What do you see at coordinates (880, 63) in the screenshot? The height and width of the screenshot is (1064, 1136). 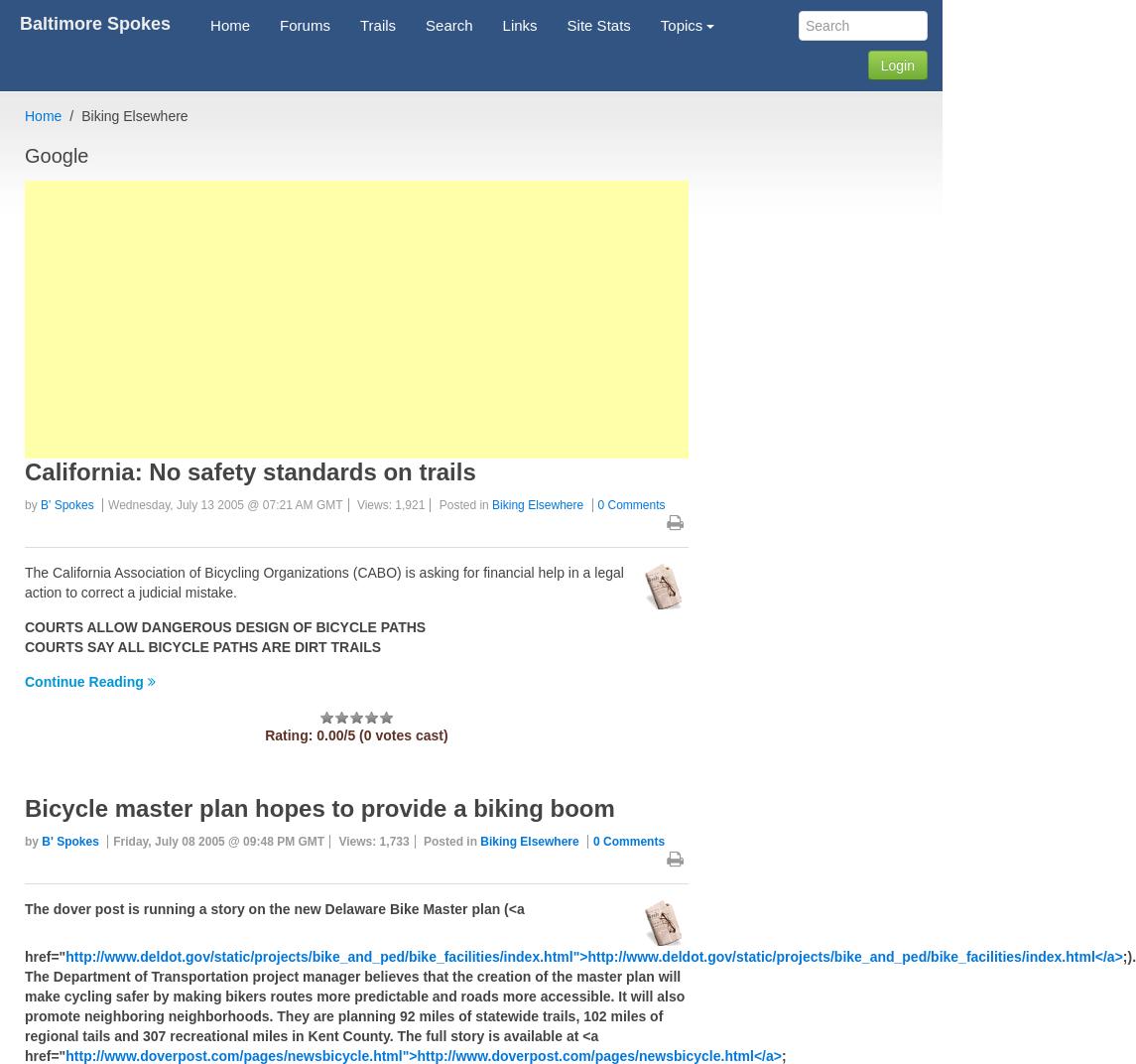 I see `'Login'` at bounding box center [880, 63].